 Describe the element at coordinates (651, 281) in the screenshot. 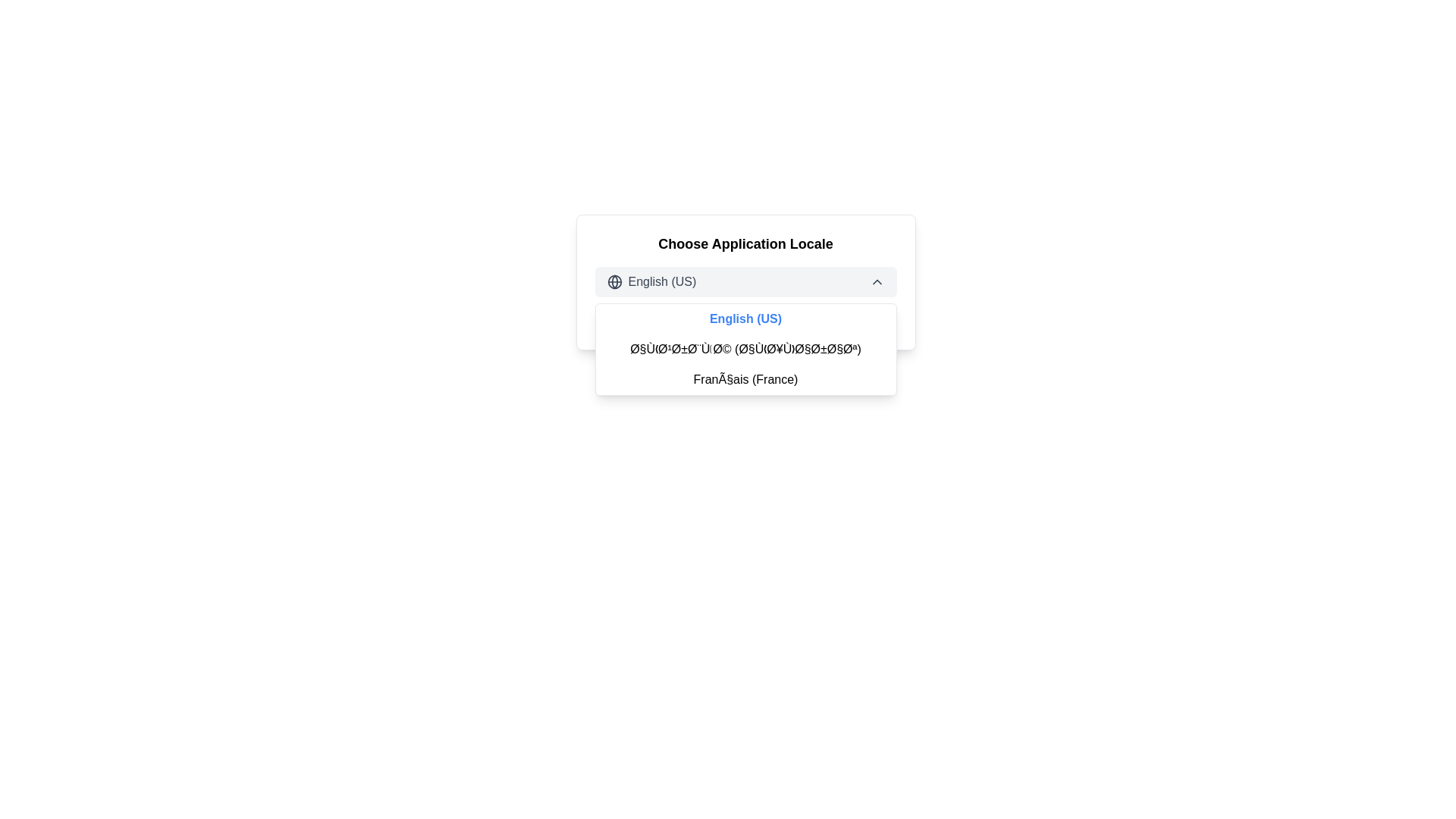

I see `the first dropdown item labeled 'English (US)' with a globe icon, located under the title 'Choose Application Locale'` at that location.